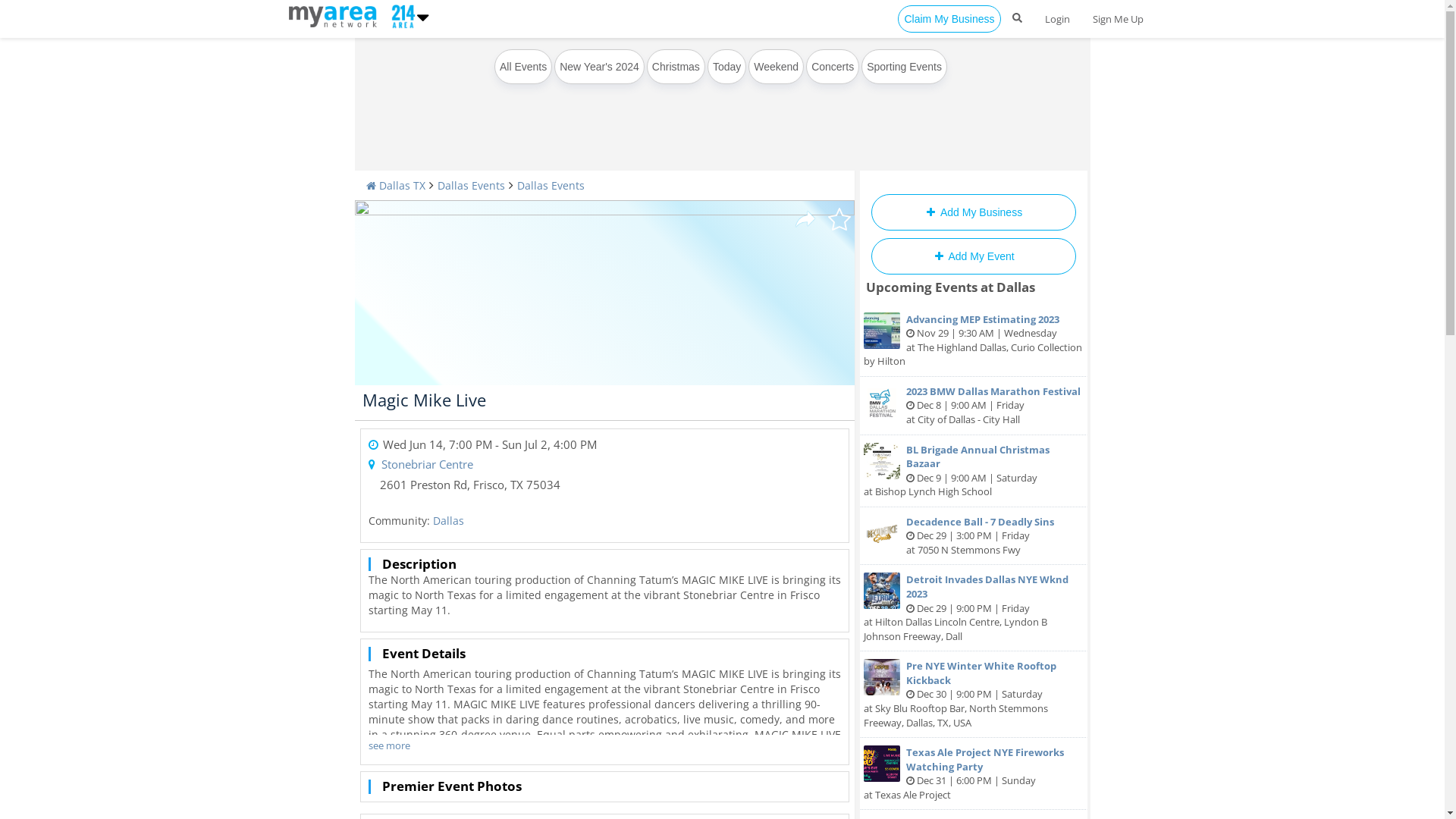 This screenshot has width=1456, height=819. Describe the element at coordinates (516, 184) in the screenshot. I see `'Dallas Events'` at that location.